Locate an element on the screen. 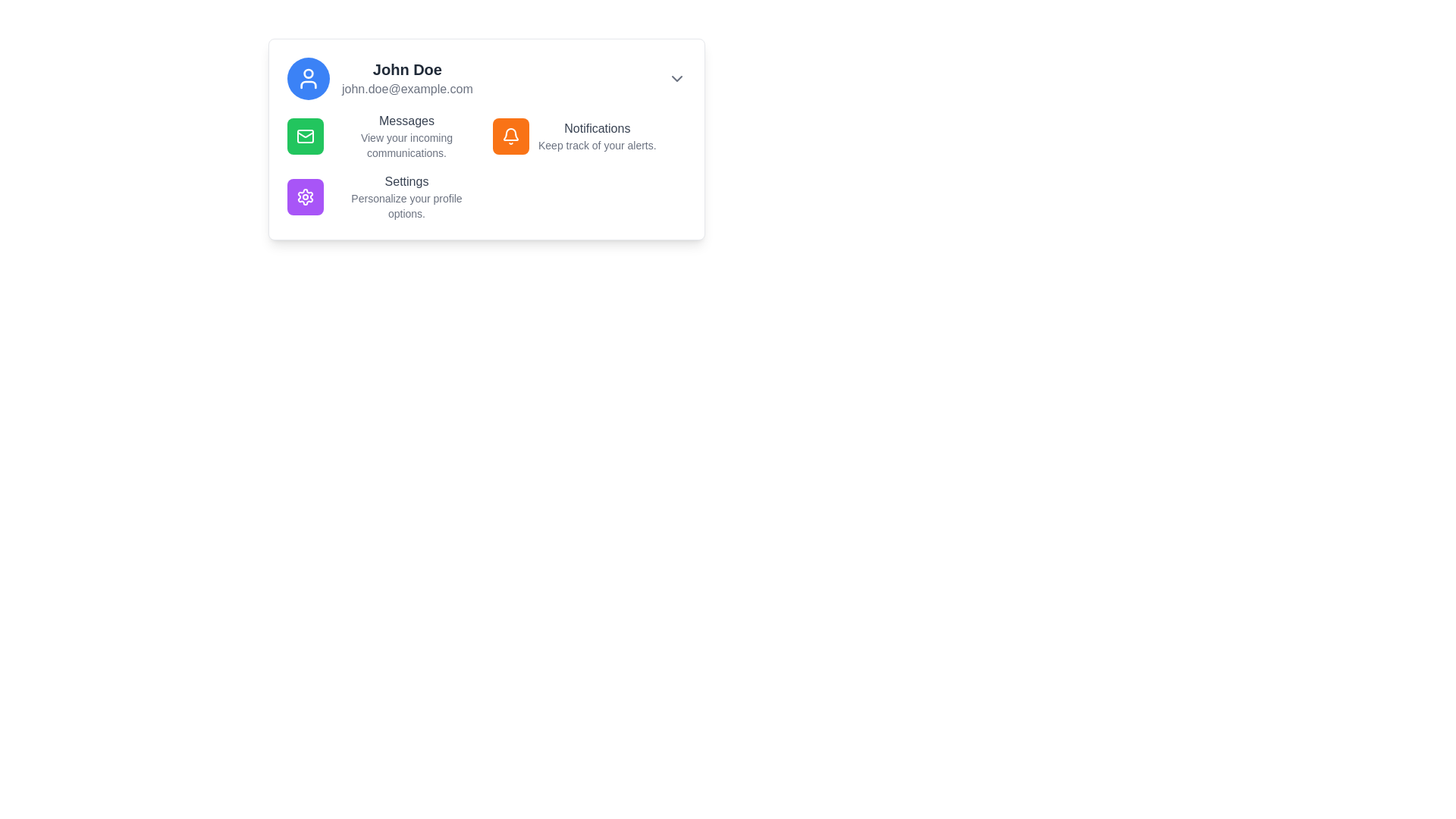  the 'Settings' button, which is a purple square icon with a gear symbol and the label 'Settings' is located at coordinates (384, 196).